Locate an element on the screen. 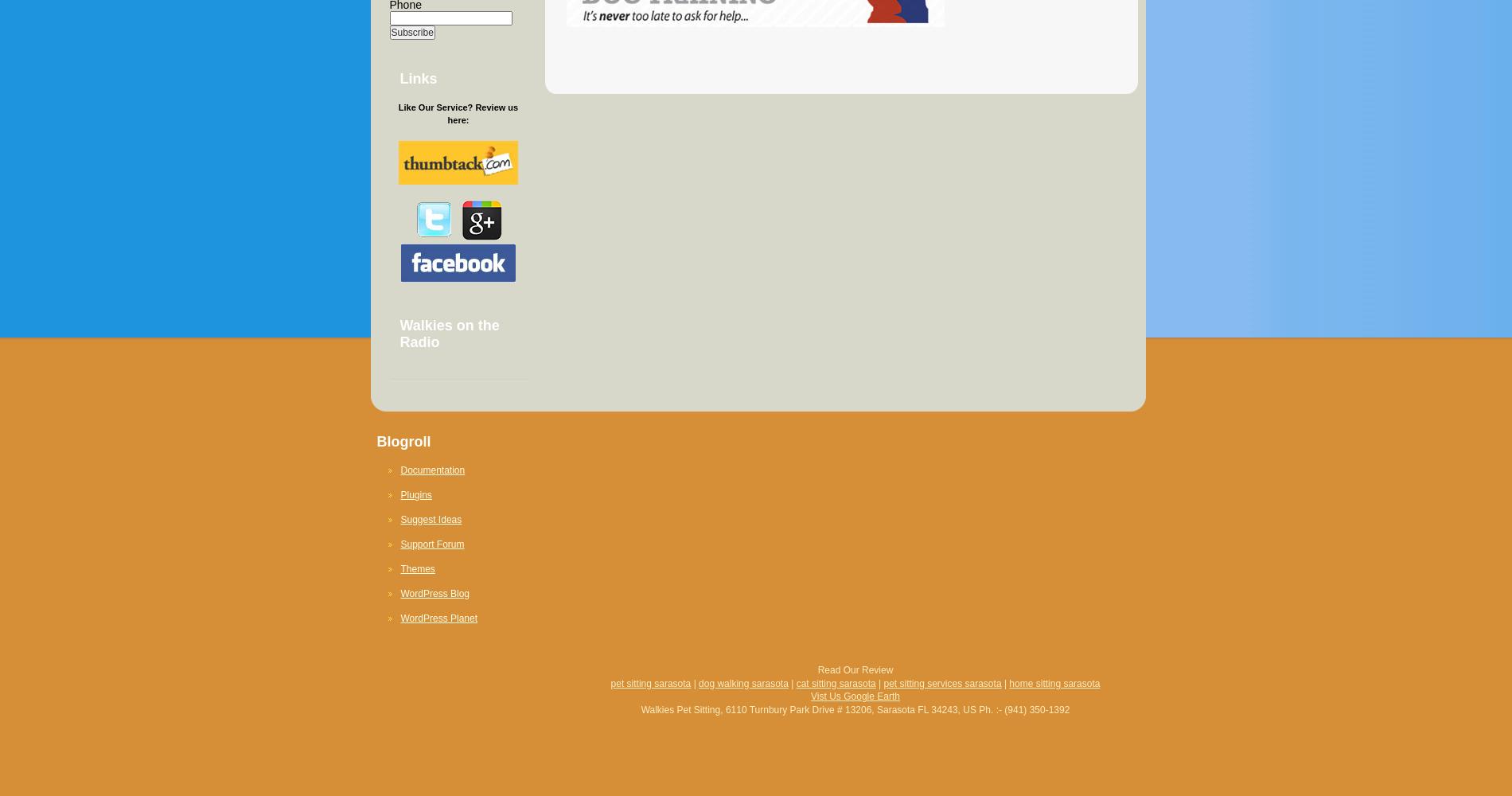 Image resolution: width=1512 pixels, height=796 pixels. 'Links' is located at coordinates (418, 78).